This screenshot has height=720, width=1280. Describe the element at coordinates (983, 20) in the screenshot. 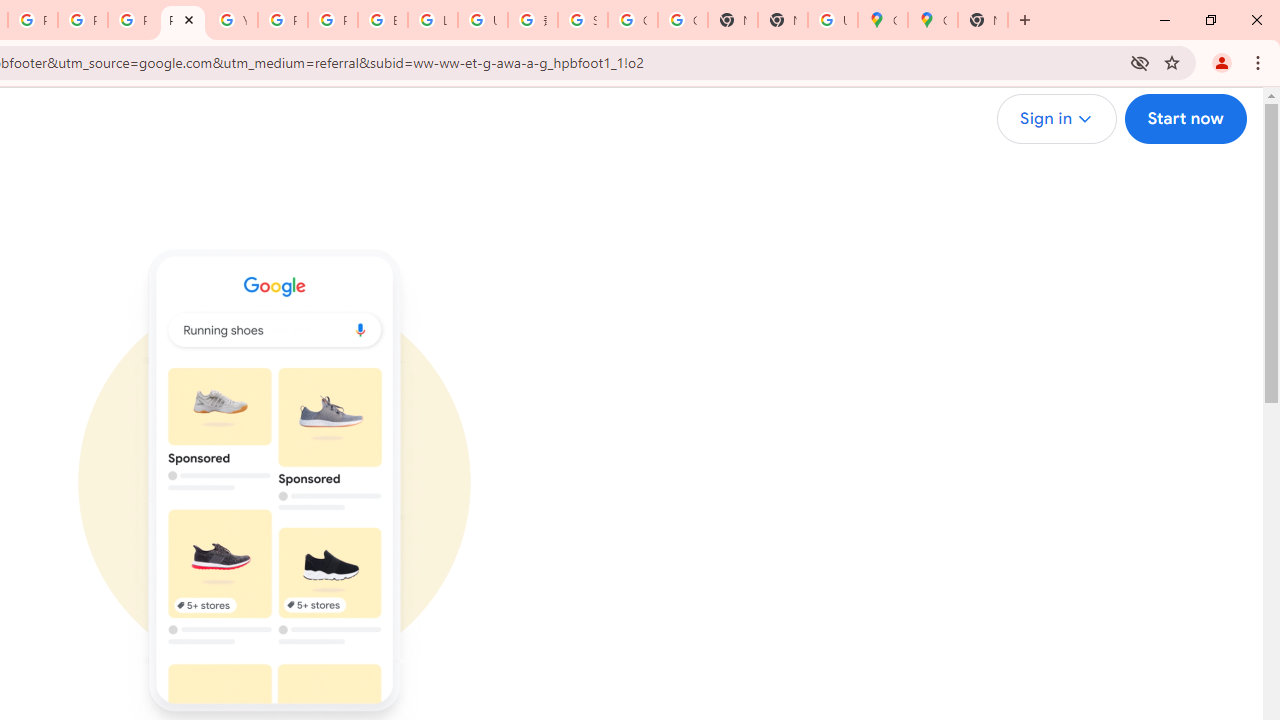

I see `'New Tab'` at that location.